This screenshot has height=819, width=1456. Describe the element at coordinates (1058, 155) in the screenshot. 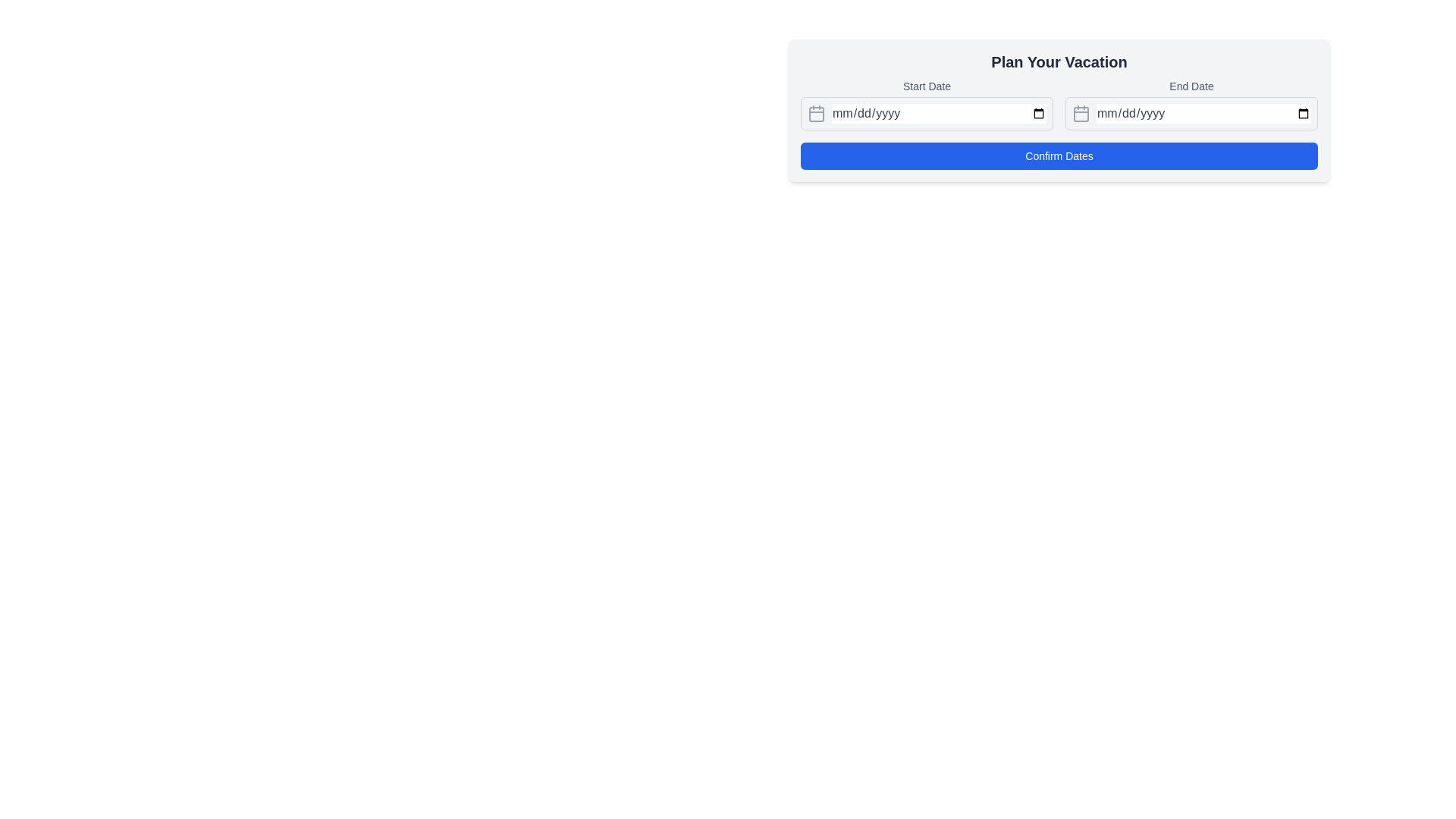

I see `the confirmation button located at the bottom of the 'Plan Your Vacation' form to confirm the start and end dates provided in the input fields` at that location.